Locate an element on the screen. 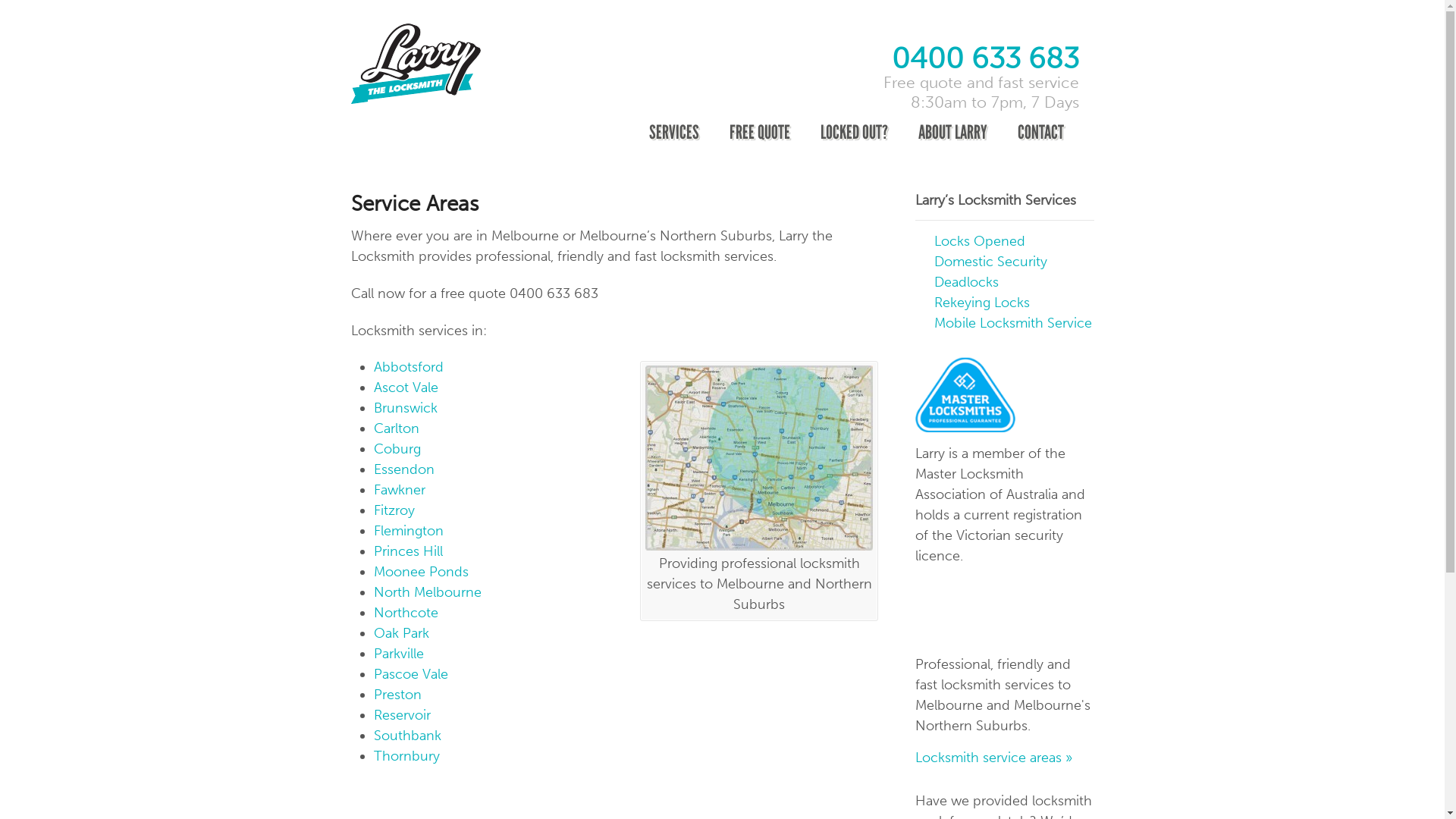 The width and height of the screenshot is (1456, 819). 'Deadlocks' is located at coordinates (965, 281).